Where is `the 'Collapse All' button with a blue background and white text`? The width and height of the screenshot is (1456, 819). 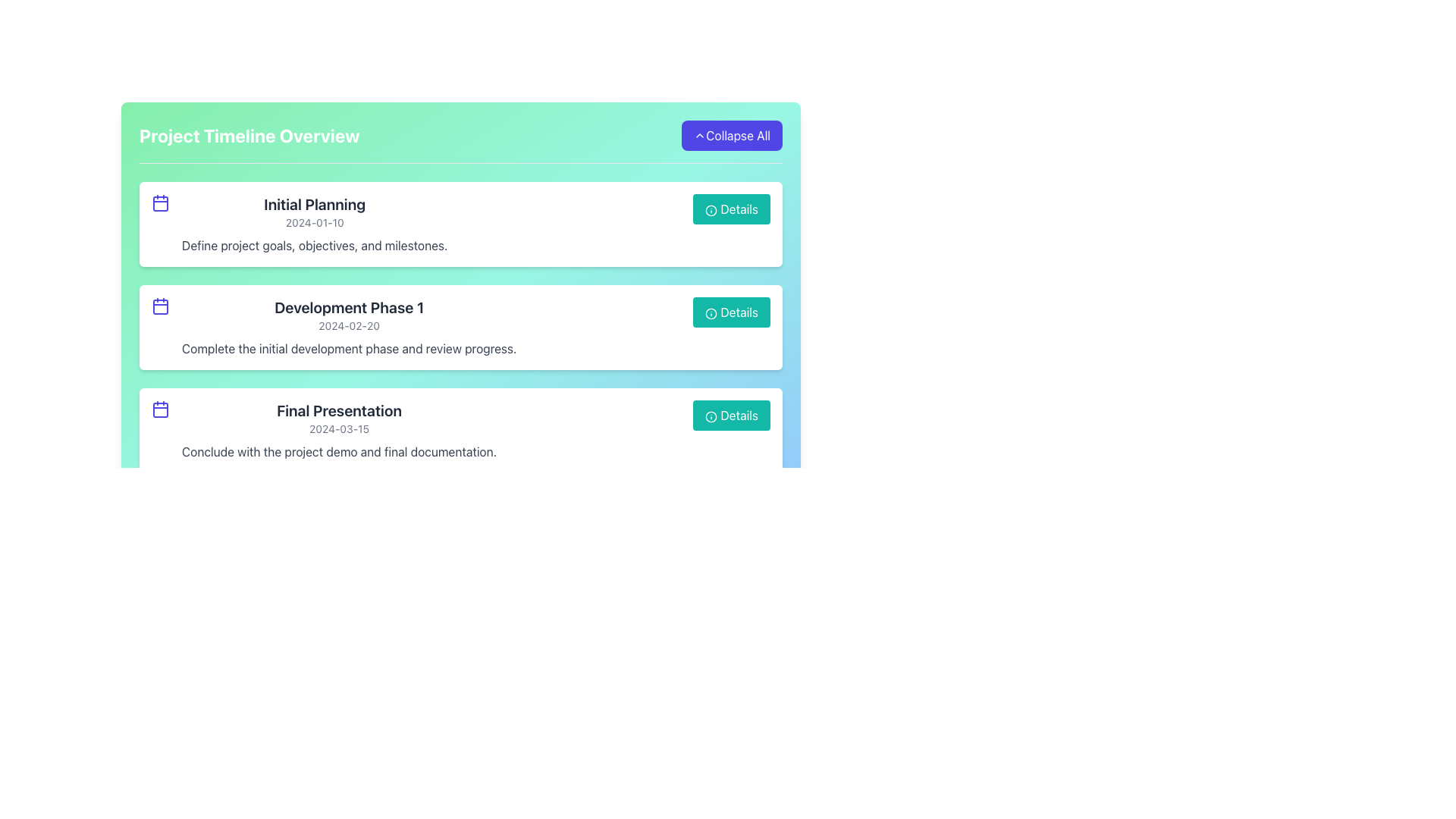 the 'Collapse All' button with a blue background and white text is located at coordinates (731, 134).